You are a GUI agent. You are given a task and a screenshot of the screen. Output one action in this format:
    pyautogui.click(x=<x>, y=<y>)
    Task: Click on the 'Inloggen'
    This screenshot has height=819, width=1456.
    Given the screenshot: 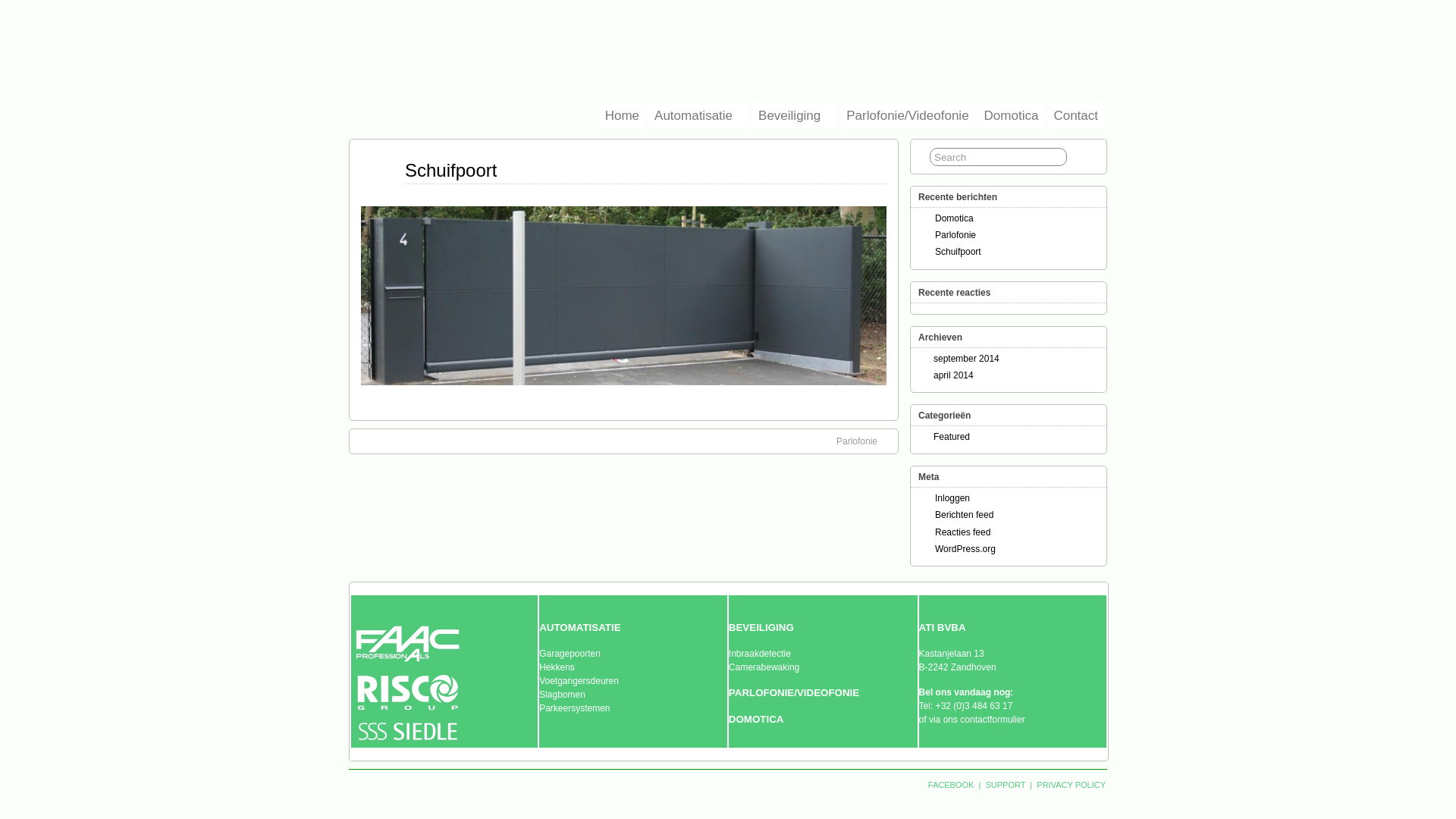 What is the action you would take?
    pyautogui.click(x=952, y=497)
    